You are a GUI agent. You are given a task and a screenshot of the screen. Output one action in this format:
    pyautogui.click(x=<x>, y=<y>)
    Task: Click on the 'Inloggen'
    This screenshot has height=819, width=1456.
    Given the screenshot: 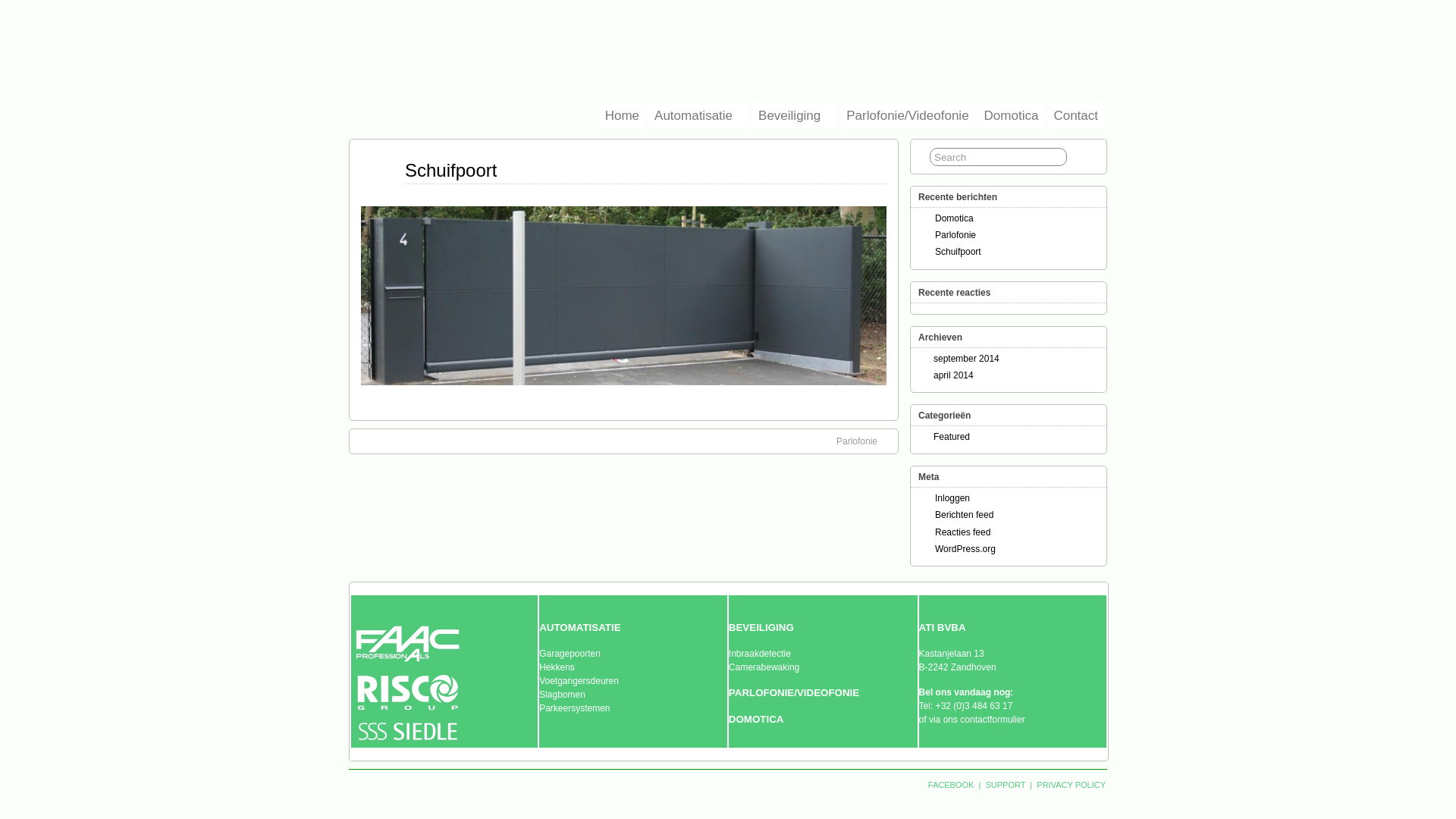 What is the action you would take?
    pyautogui.click(x=952, y=497)
    